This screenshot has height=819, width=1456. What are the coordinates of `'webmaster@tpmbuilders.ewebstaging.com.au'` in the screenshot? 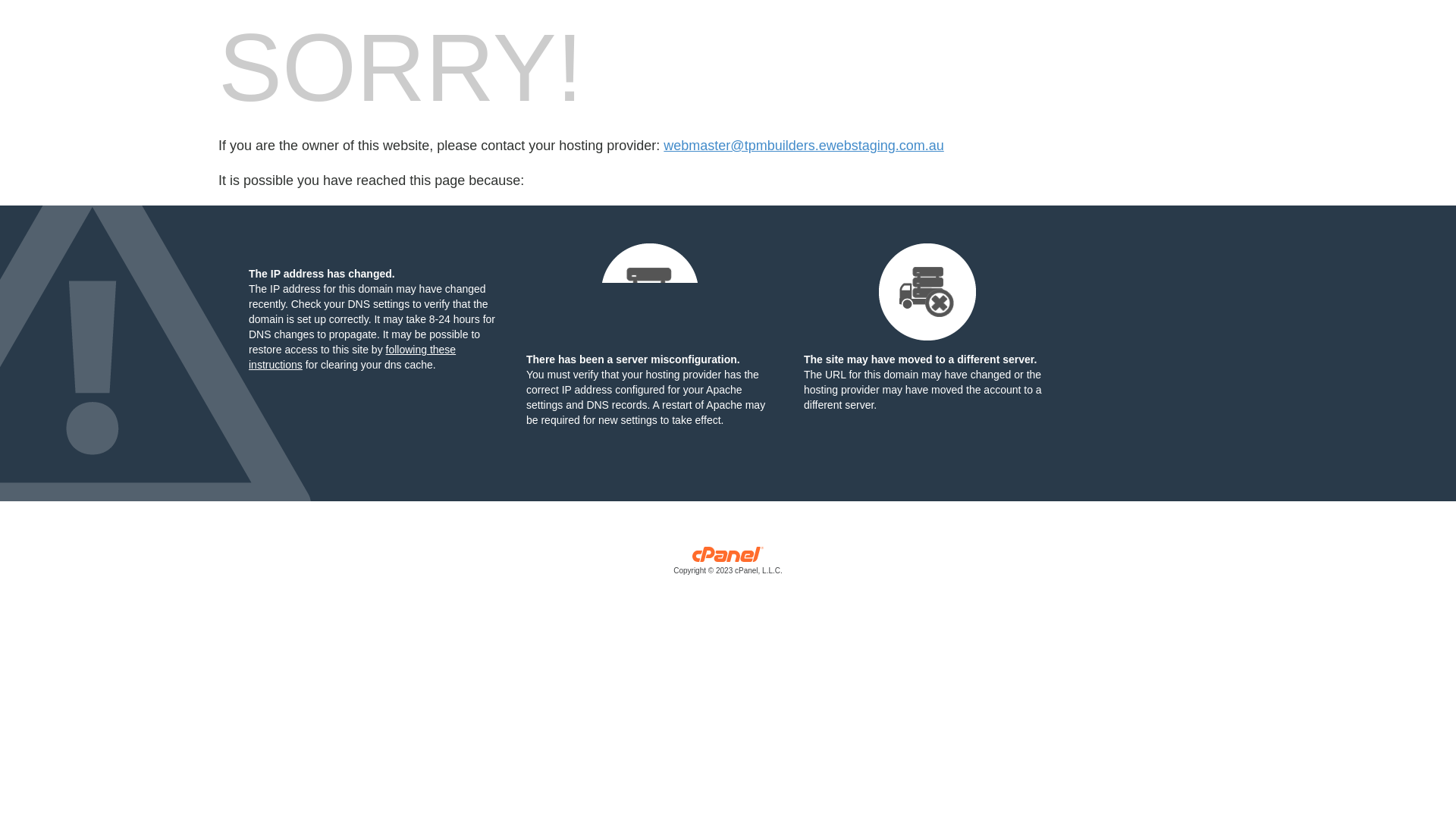 It's located at (802, 146).